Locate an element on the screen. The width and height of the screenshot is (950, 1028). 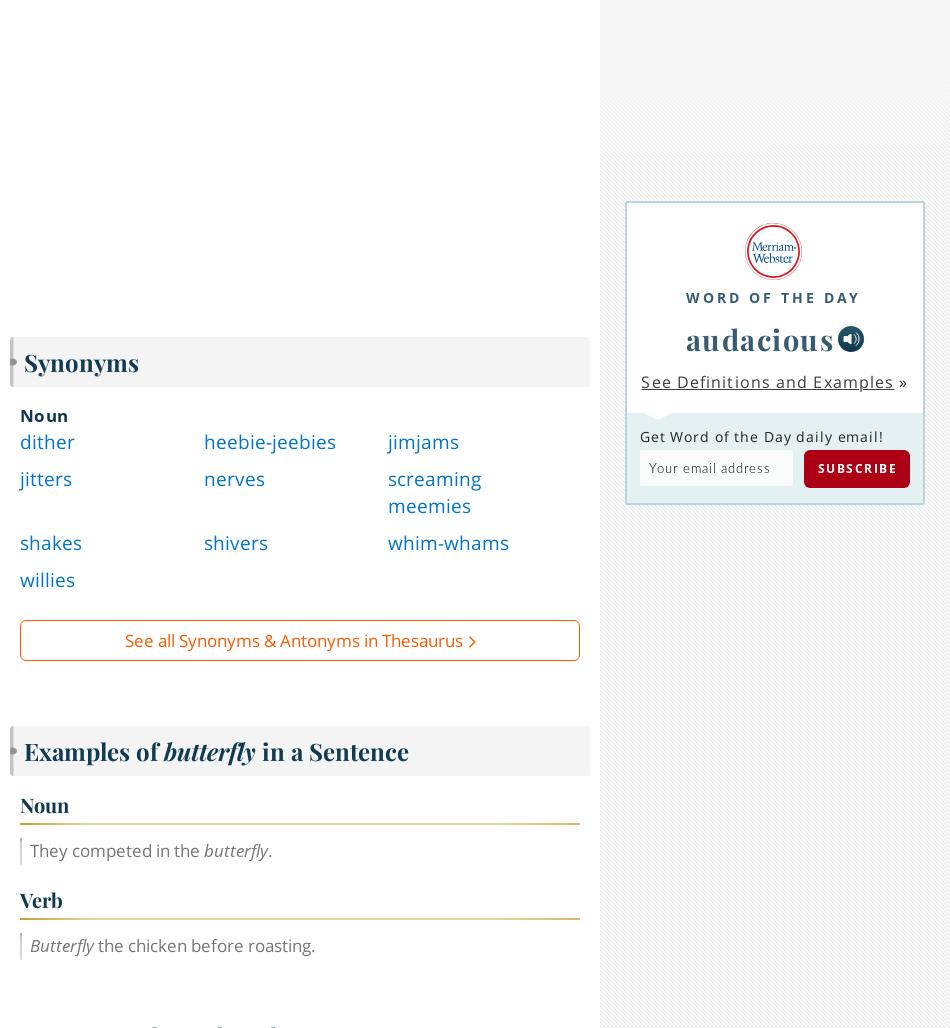
'Help' is located at coordinates (156, 1002).